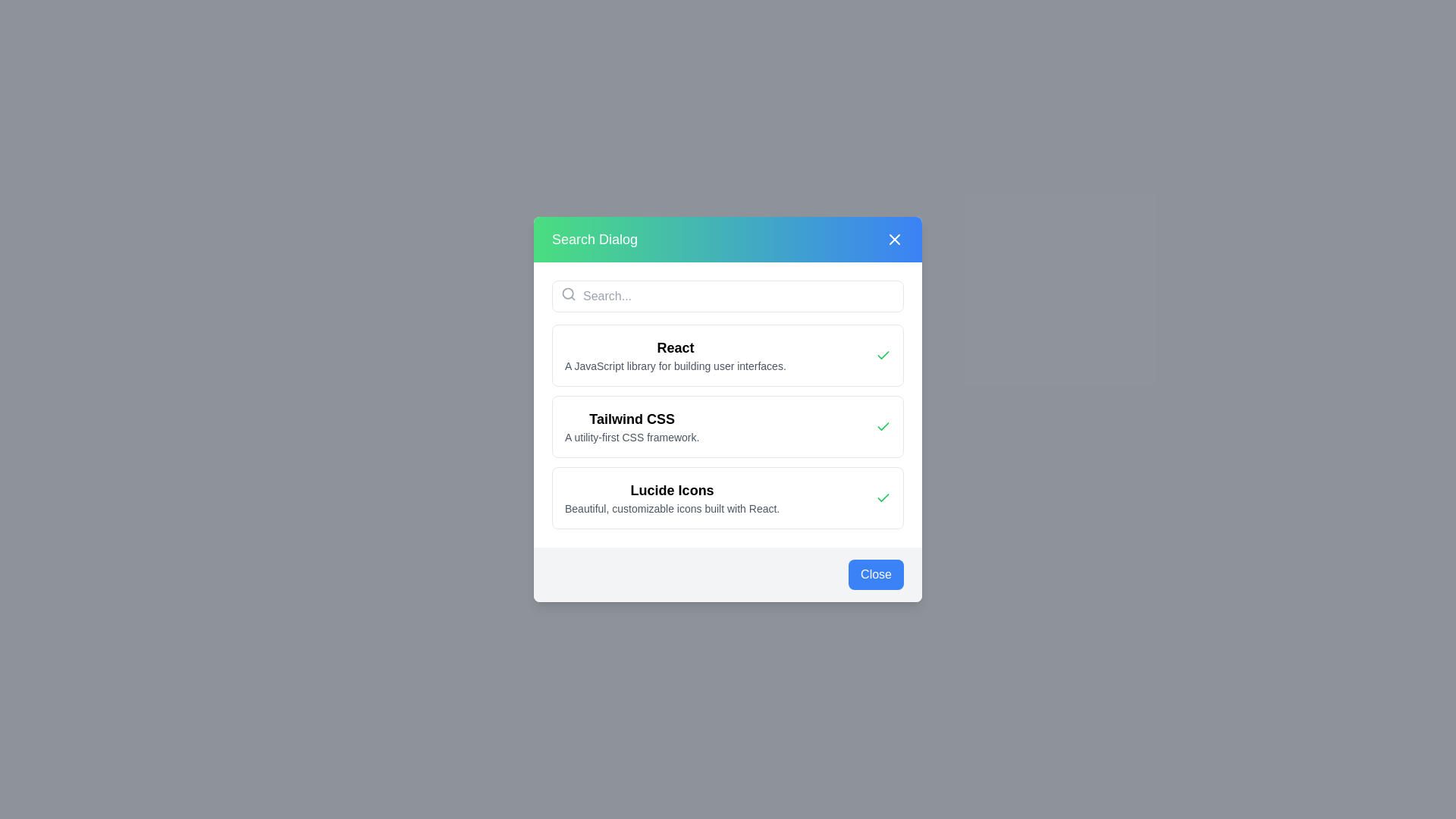 Image resolution: width=1456 pixels, height=819 pixels. Describe the element at coordinates (728, 427) in the screenshot. I see `the second list item labeled 'Tailwind CSS'` at that location.